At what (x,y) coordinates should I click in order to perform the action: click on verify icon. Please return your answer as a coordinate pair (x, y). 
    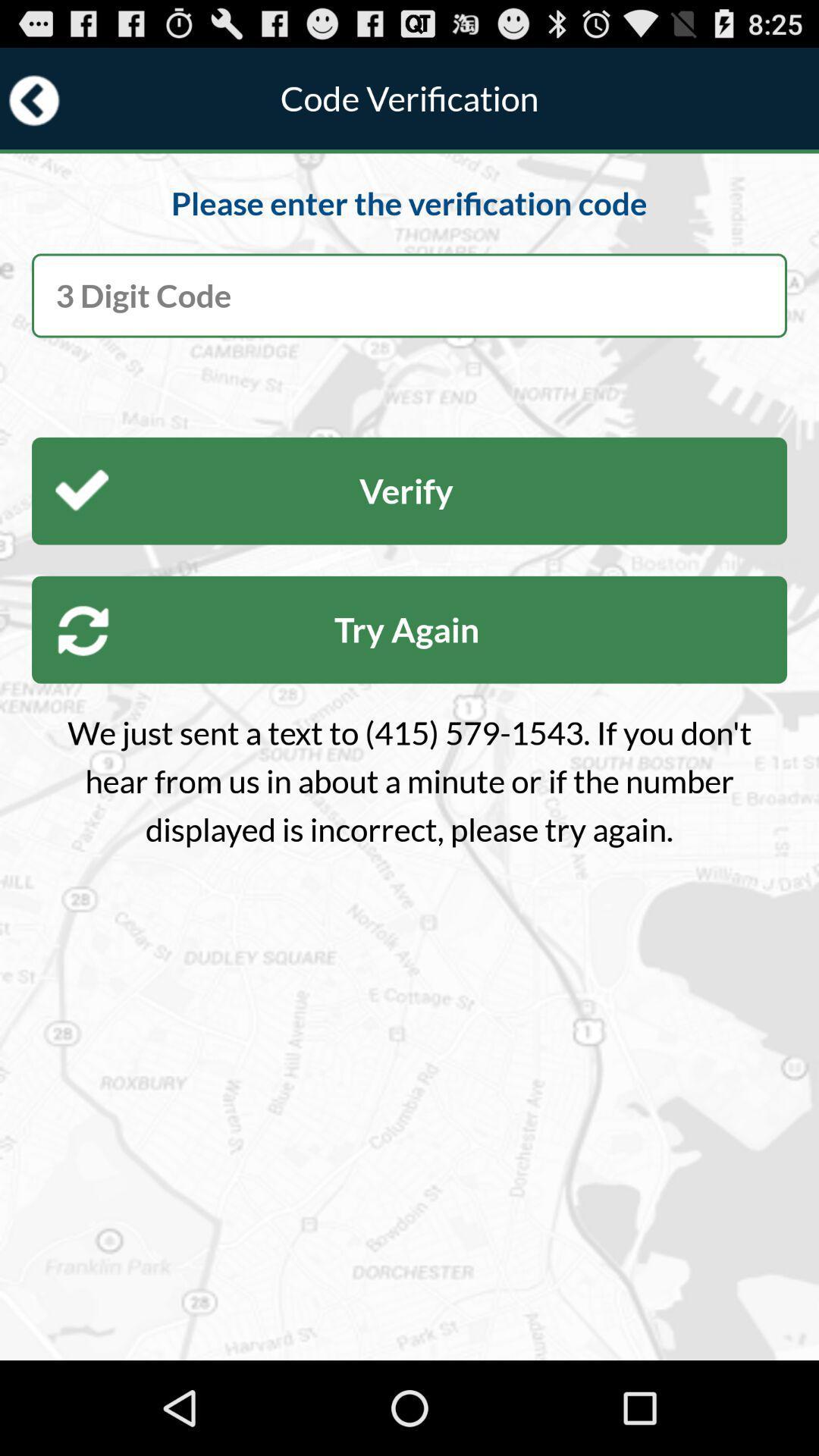
    Looking at the image, I should click on (409, 491).